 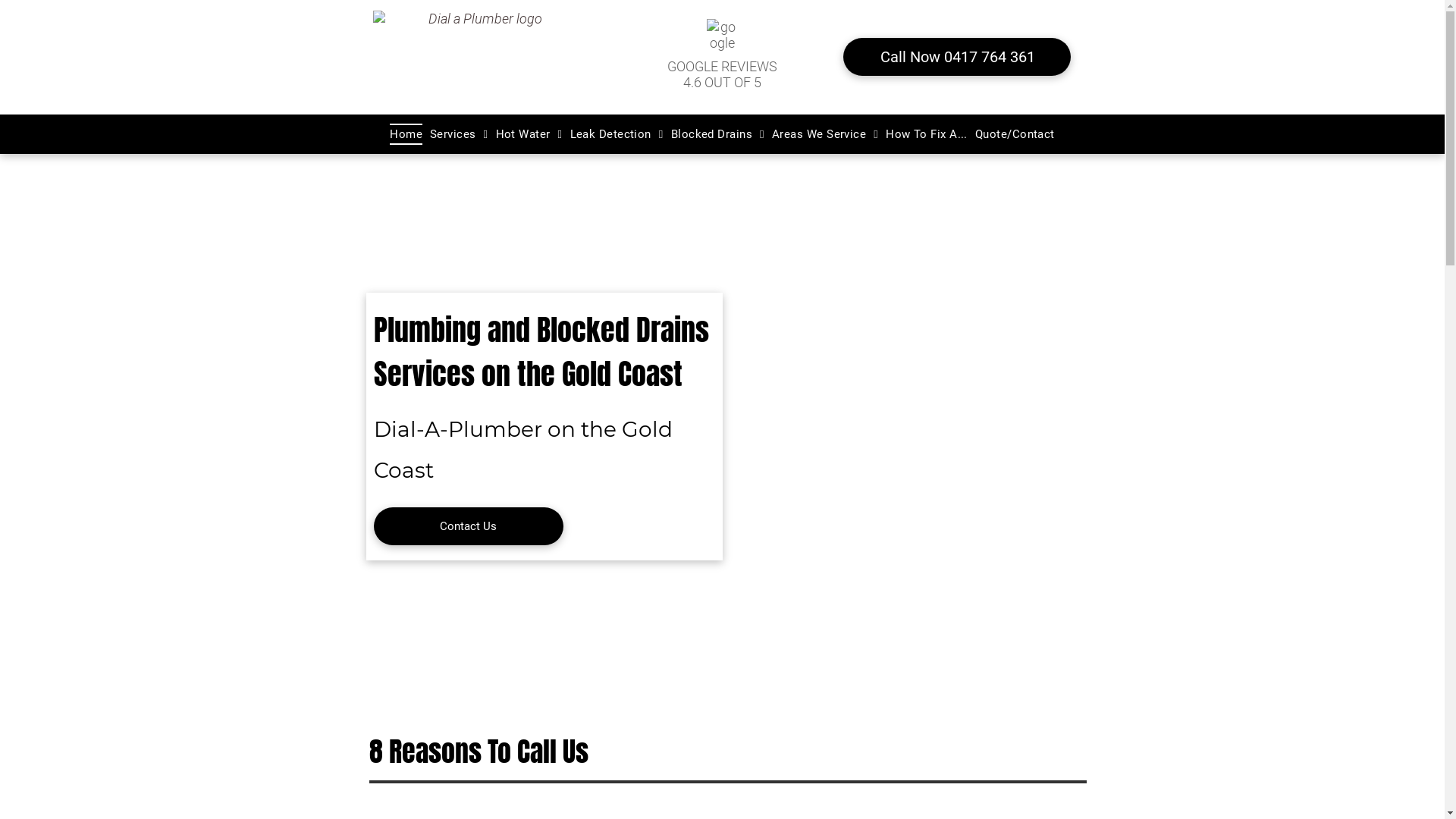 I want to click on 'Hot Water', so click(x=529, y=133).